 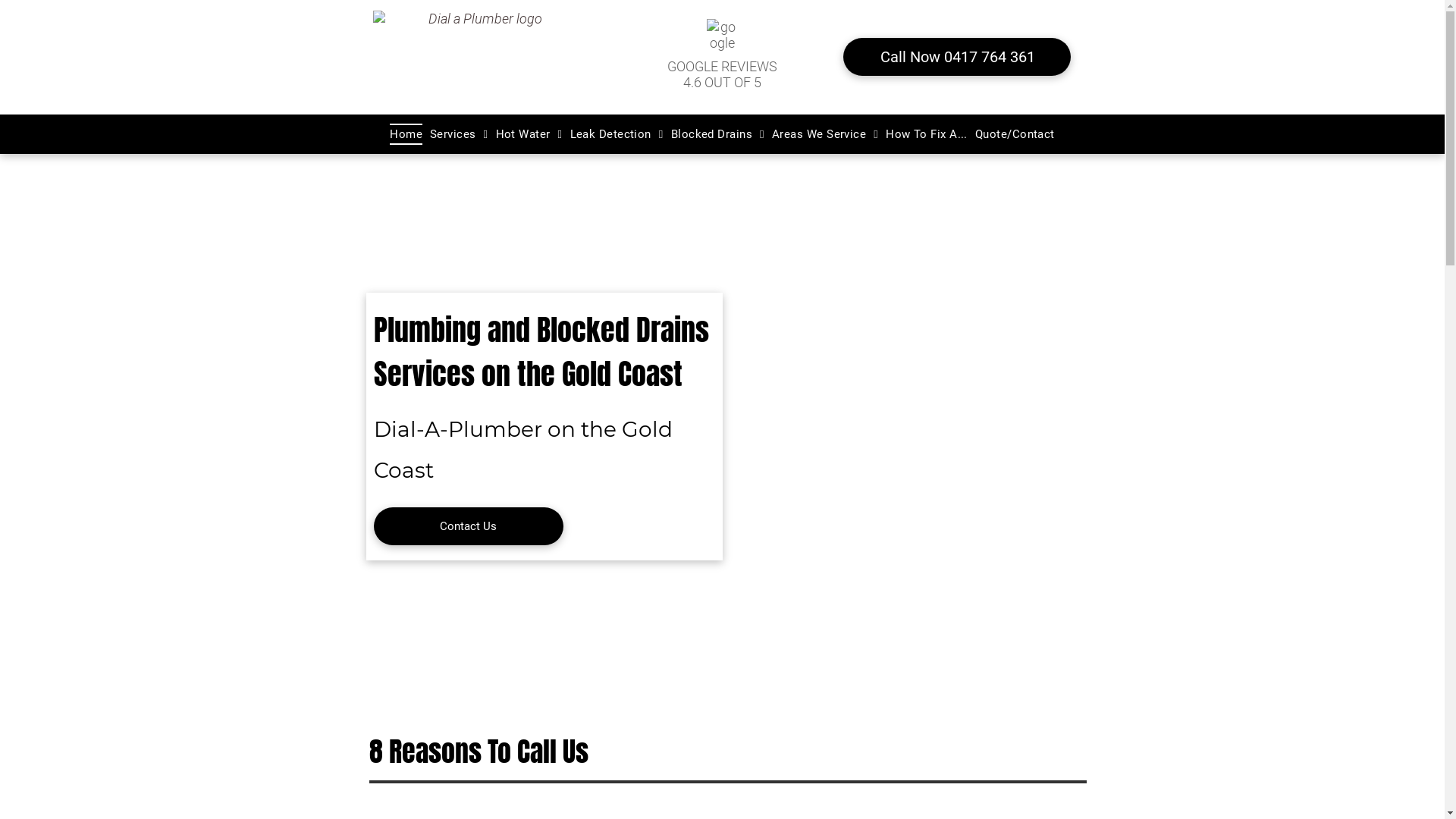 I want to click on 'Hot Water', so click(x=529, y=133).